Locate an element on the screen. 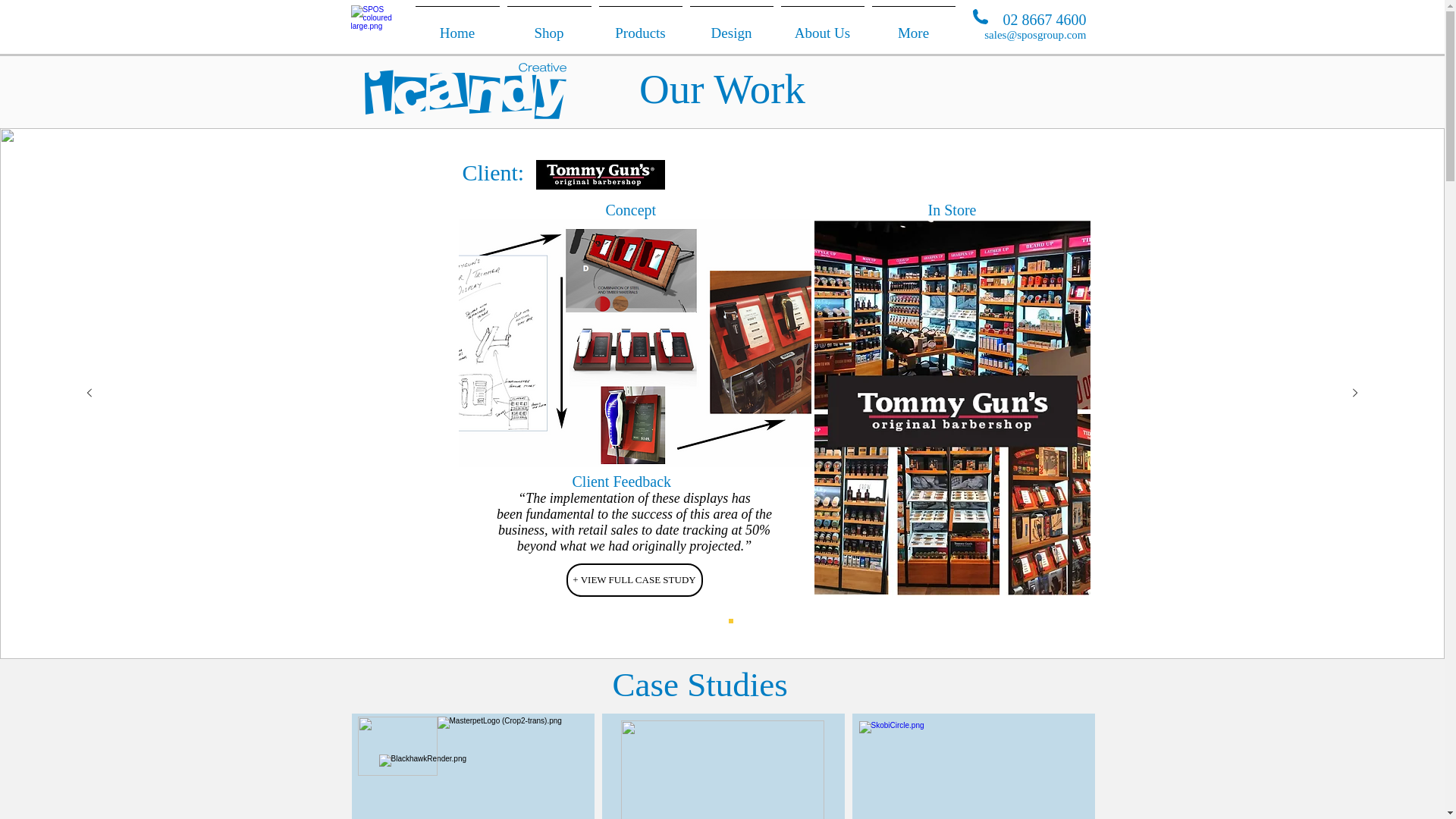 This screenshot has height=819, width=1456. 'Home' is located at coordinates (456, 26).